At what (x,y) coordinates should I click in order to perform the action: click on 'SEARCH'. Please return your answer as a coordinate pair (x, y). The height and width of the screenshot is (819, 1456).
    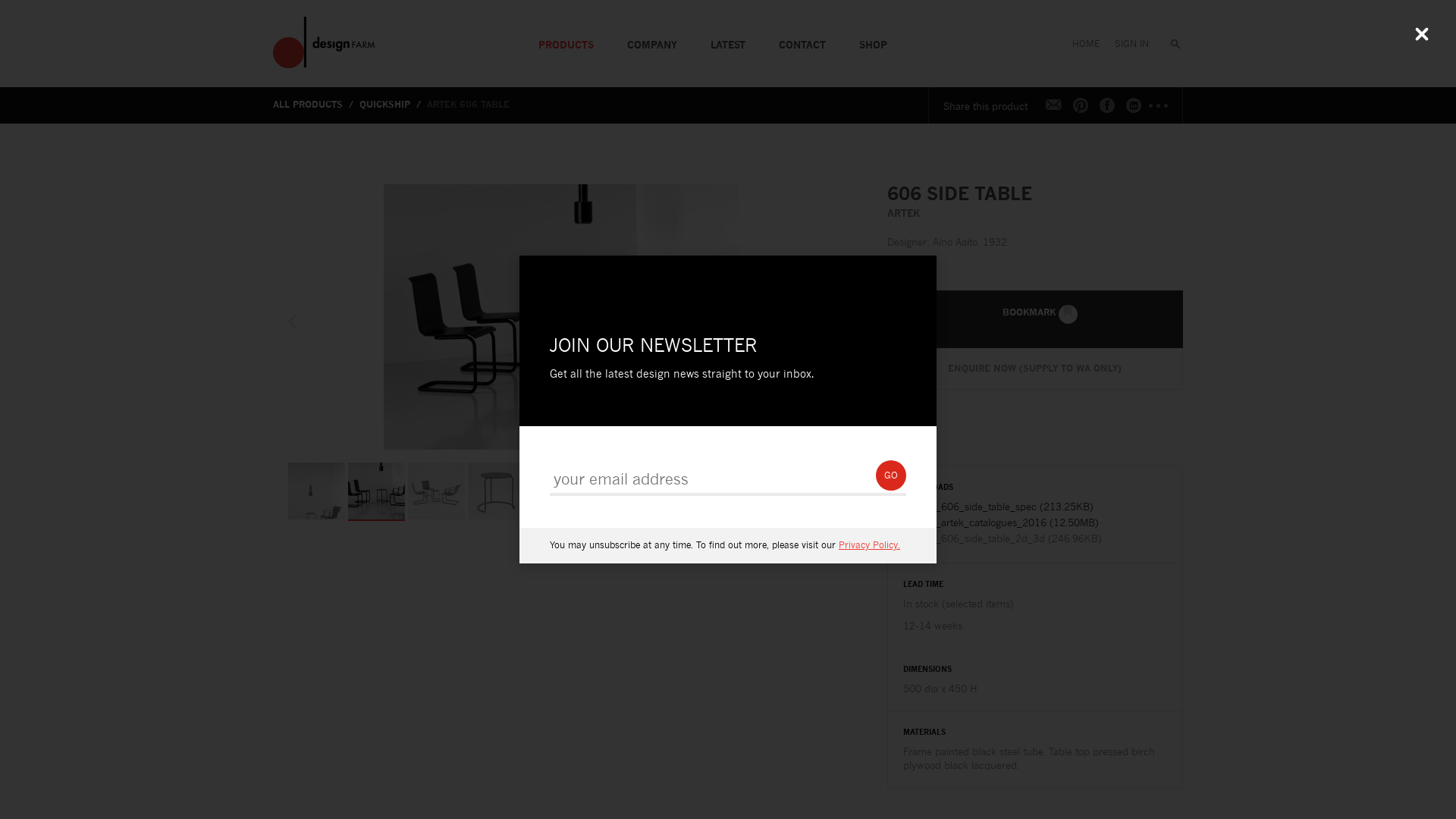
    Looking at the image, I should click on (1169, 37).